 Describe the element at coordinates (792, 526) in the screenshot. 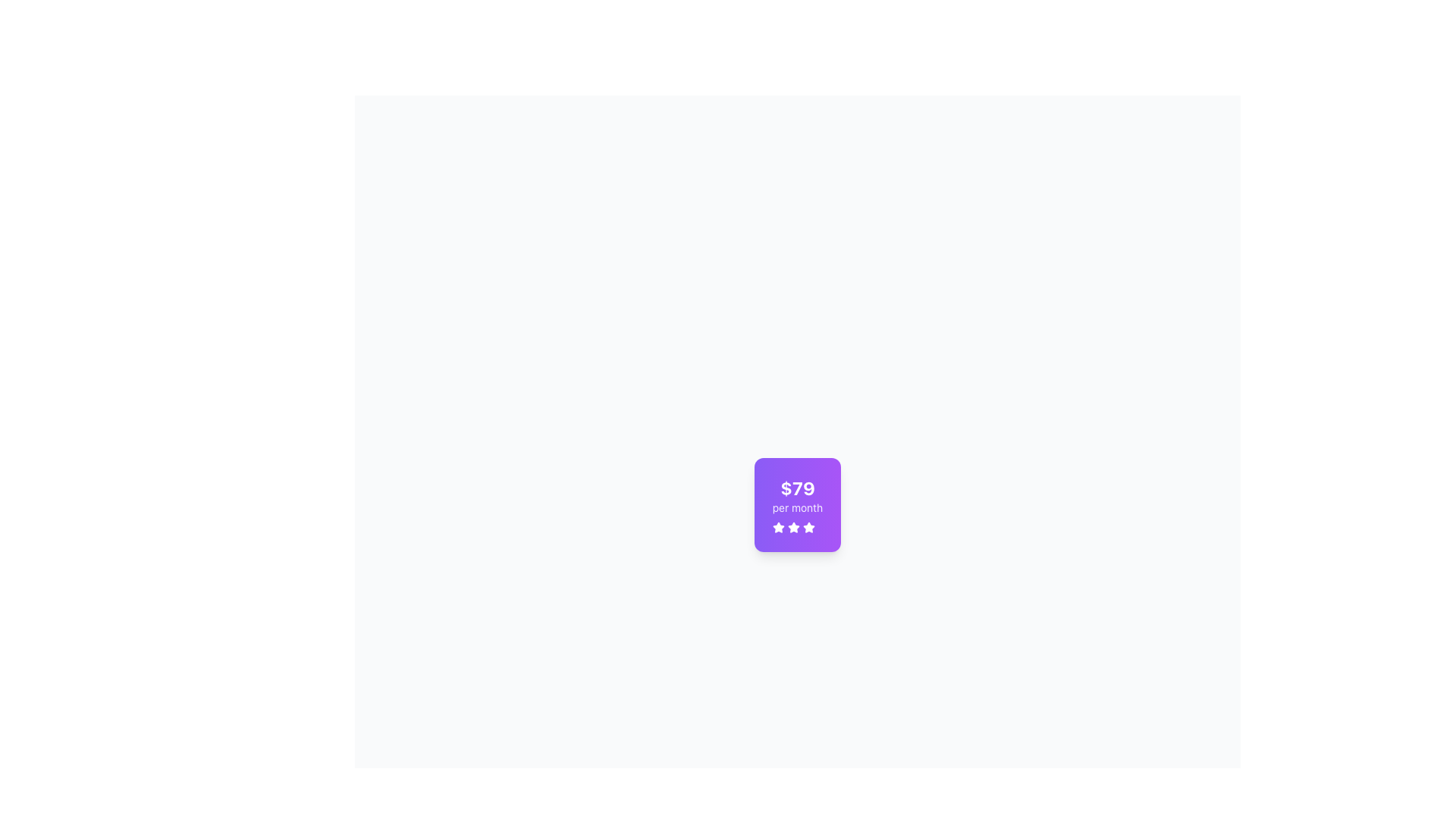

I see `the third rating star icon using keyboard navigation` at that location.